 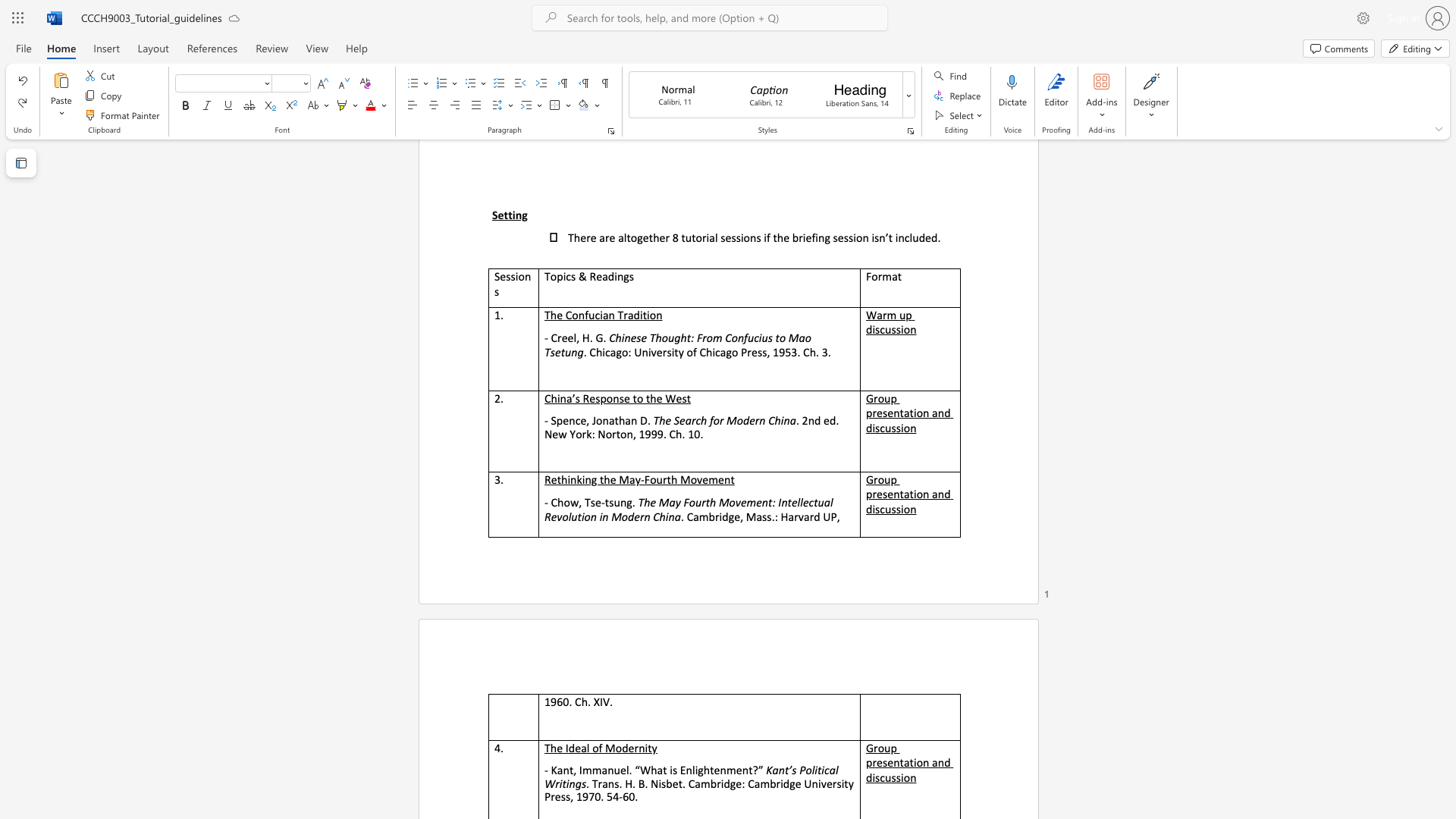 What do you see at coordinates (622, 747) in the screenshot?
I see `the subset text "dernit" within the text "The Ideal of Modernity"` at bounding box center [622, 747].